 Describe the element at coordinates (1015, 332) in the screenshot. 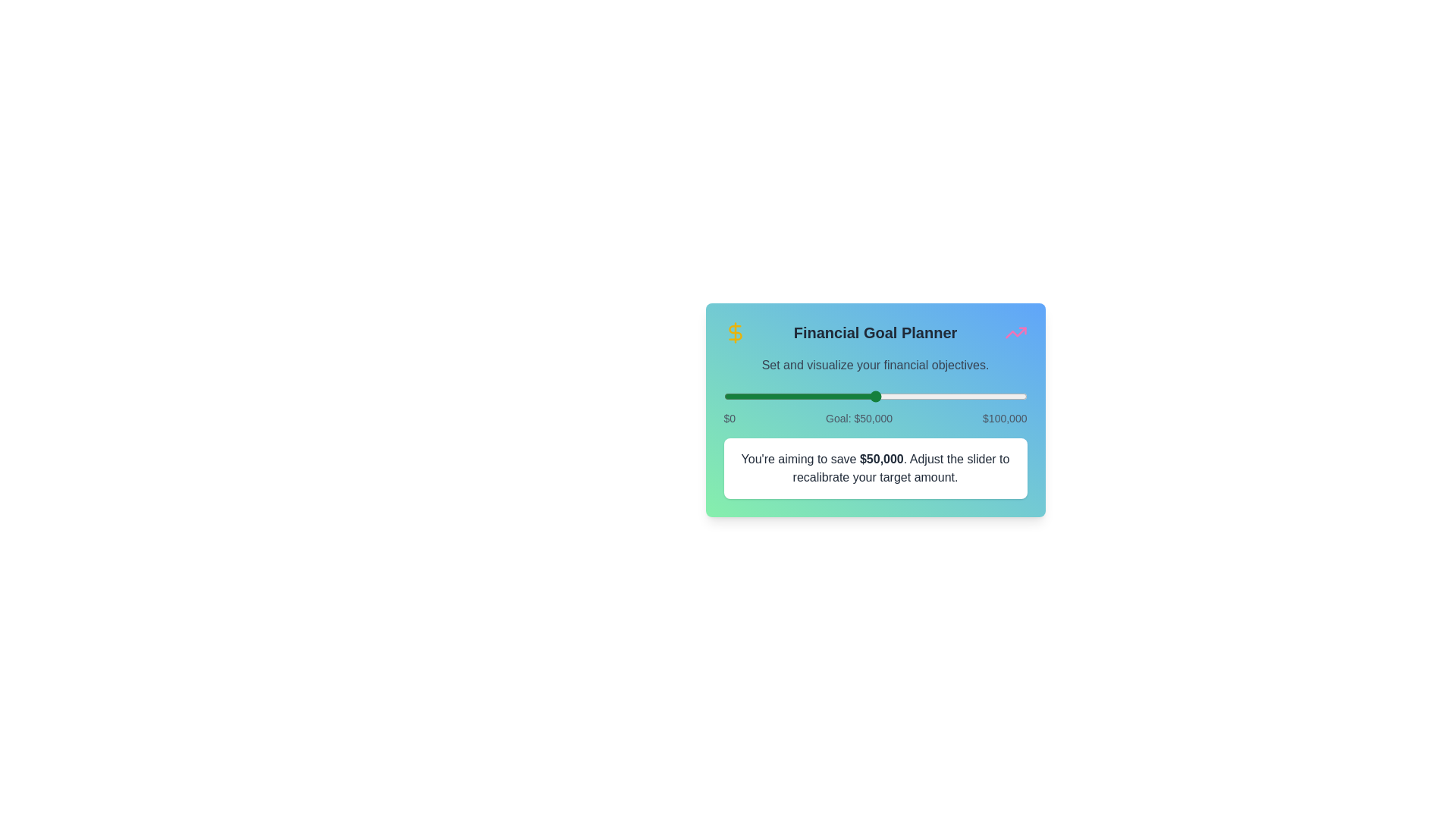

I see `the trending icon to trigger its functionality` at that location.